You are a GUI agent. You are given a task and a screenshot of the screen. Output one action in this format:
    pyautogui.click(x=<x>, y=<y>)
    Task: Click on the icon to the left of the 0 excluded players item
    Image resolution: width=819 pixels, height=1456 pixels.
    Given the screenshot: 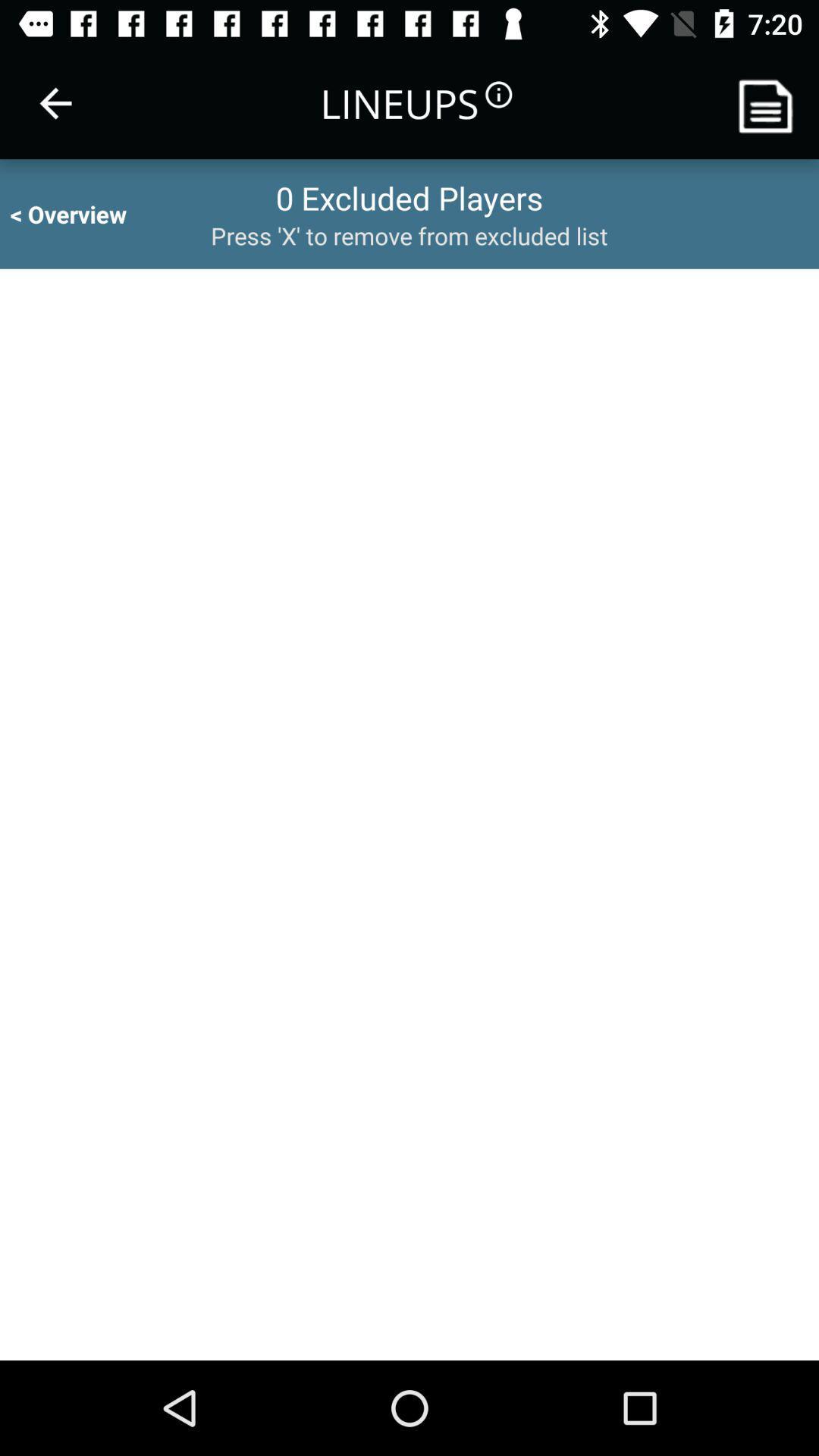 What is the action you would take?
    pyautogui.click(x=82, y=213)
    